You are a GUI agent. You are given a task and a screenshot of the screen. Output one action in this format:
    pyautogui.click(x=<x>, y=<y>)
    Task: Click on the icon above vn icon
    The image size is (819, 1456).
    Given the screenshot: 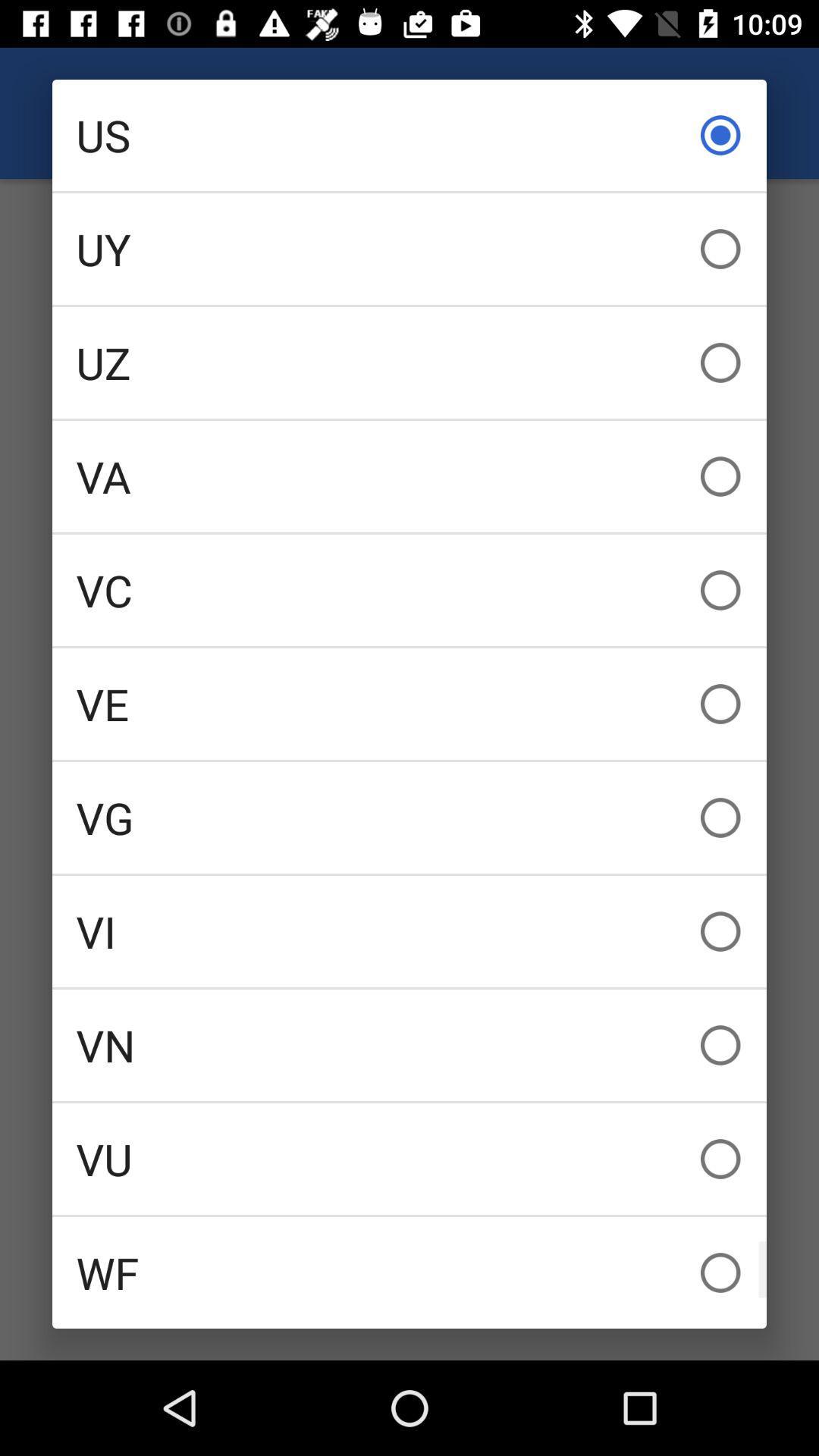 What is the action you would take?
    pyautogui.click(x=409, y=930)
    